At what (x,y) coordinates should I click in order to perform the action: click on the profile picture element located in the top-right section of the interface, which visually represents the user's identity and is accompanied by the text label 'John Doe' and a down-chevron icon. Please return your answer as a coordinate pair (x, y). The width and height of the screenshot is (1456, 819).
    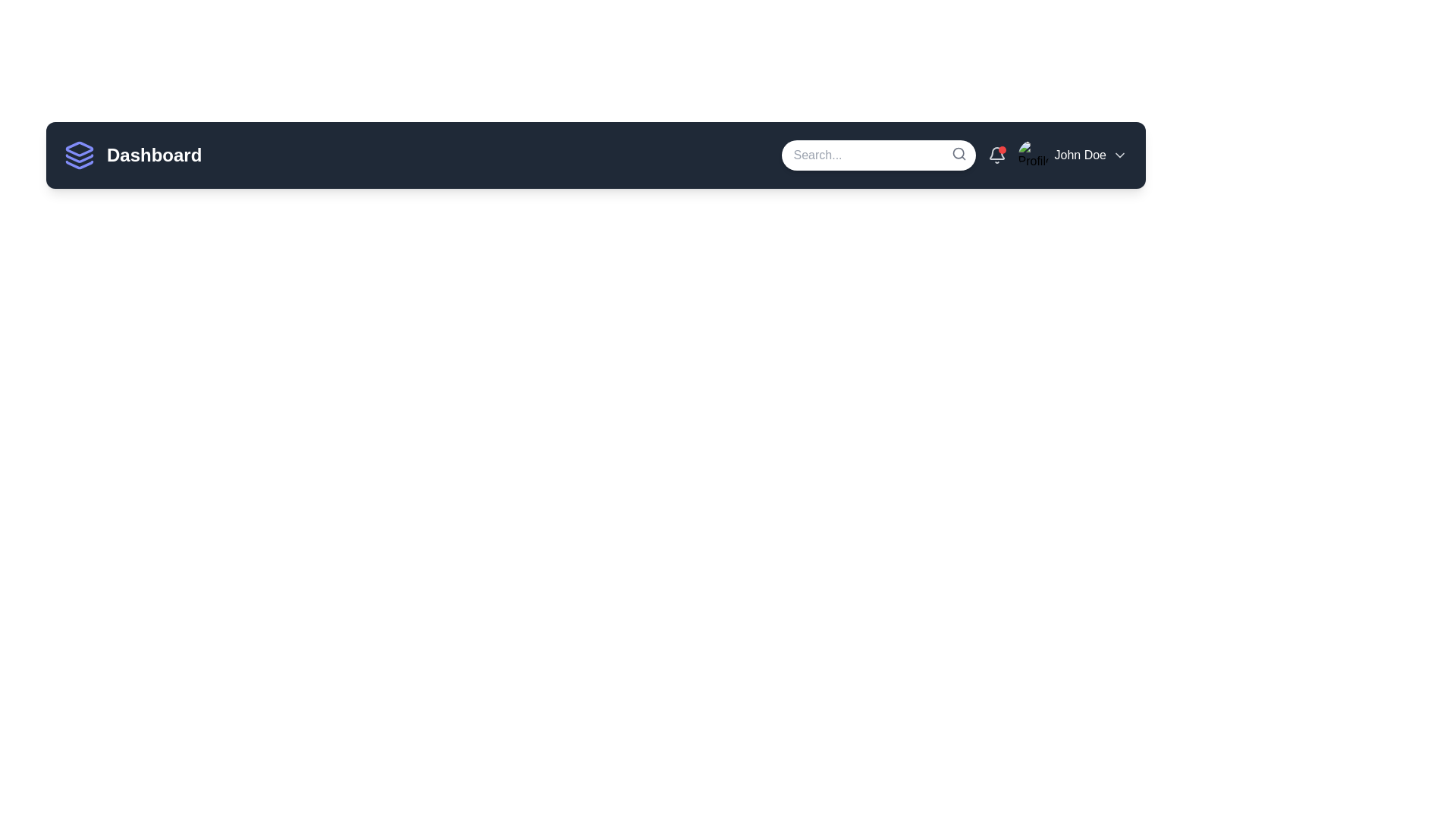
    Looking at the image, I should click on (1032, 155).